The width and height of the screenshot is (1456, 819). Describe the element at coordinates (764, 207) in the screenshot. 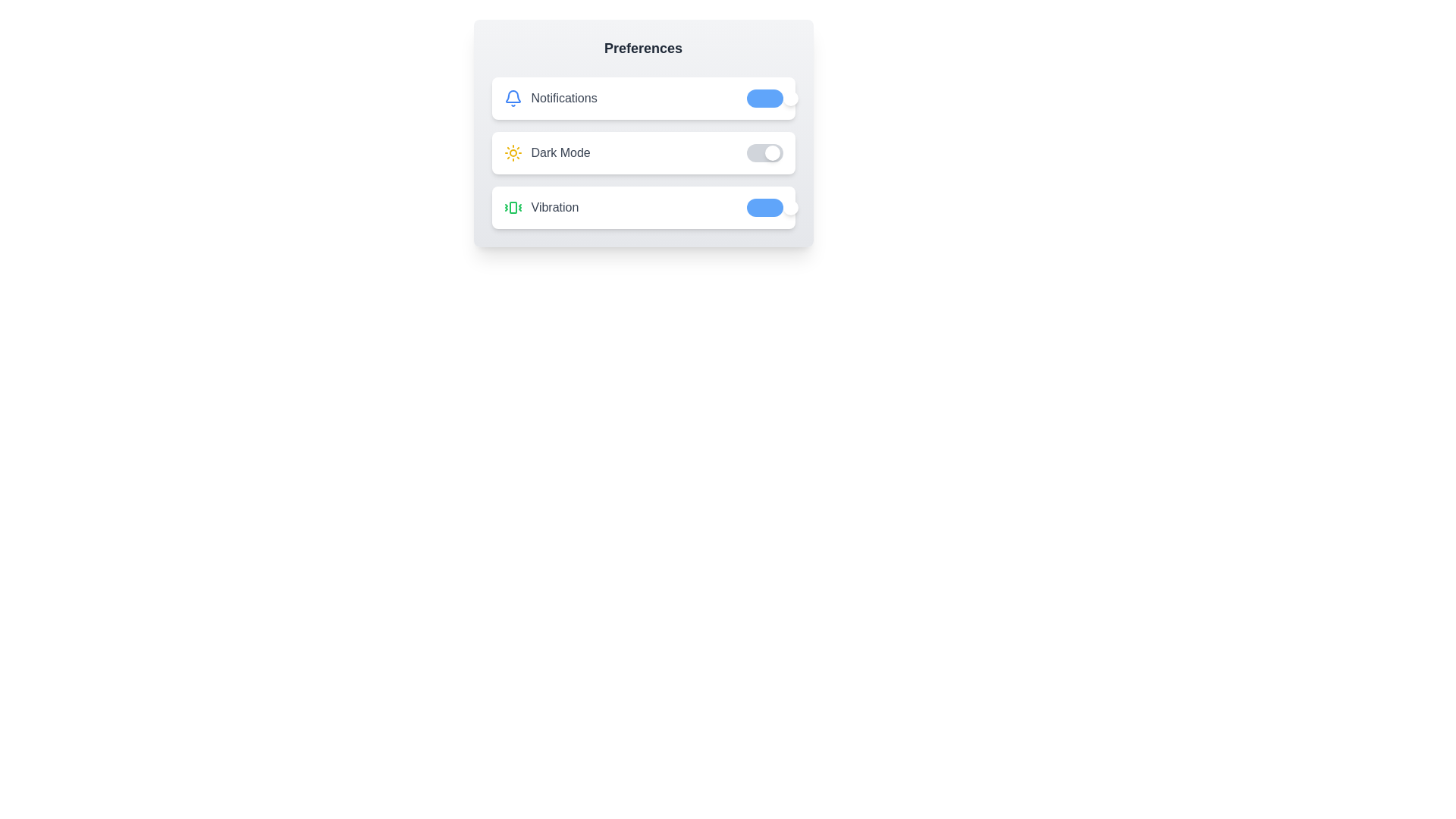

I see `the toggle switch for the vibration setting, which is the rightmost component in the 'Vibration' panel` at that location.